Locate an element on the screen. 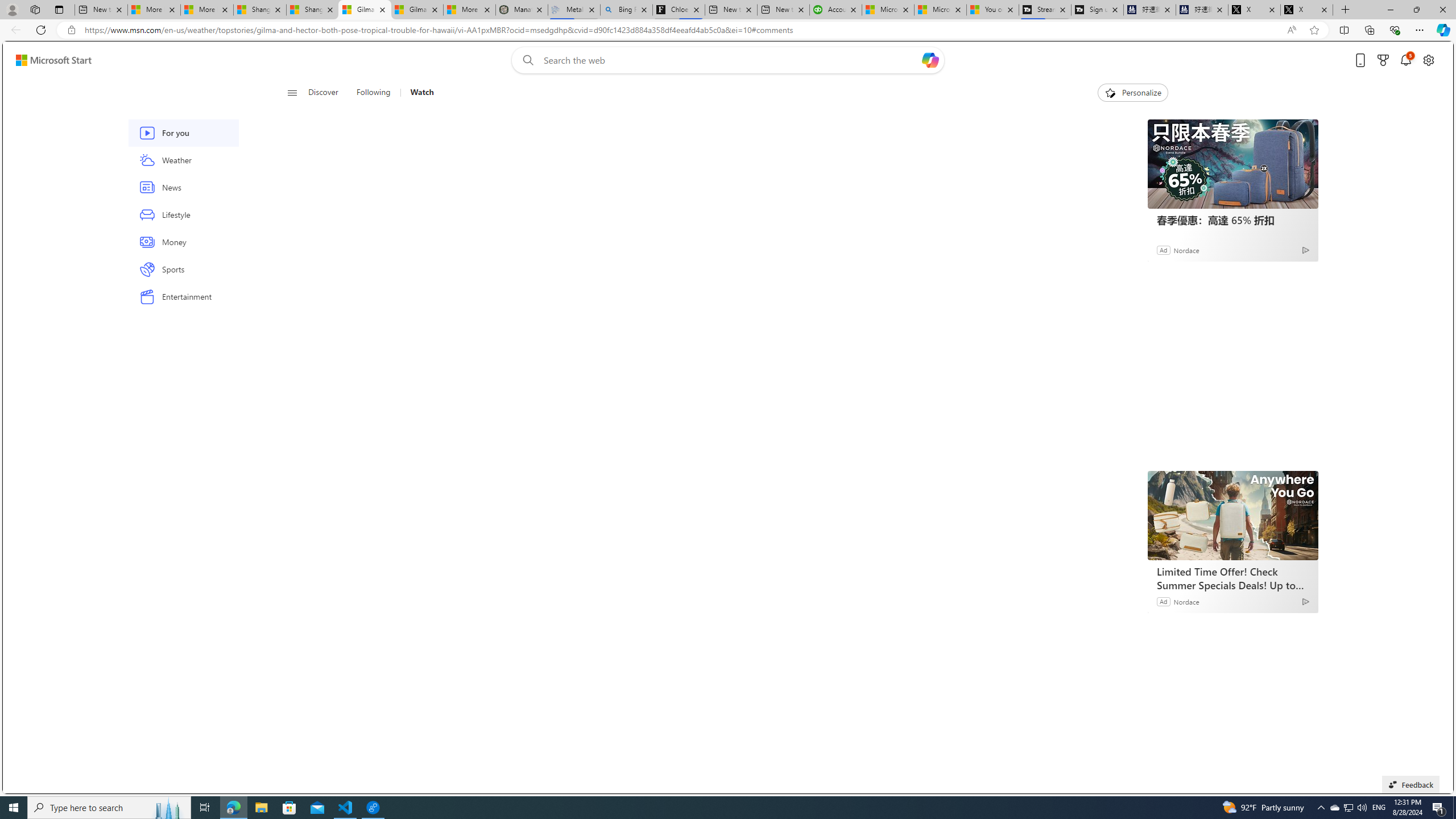  'Shanghai, China weather forecast | Microsoft Weather' is located at coordinates (312, 9).